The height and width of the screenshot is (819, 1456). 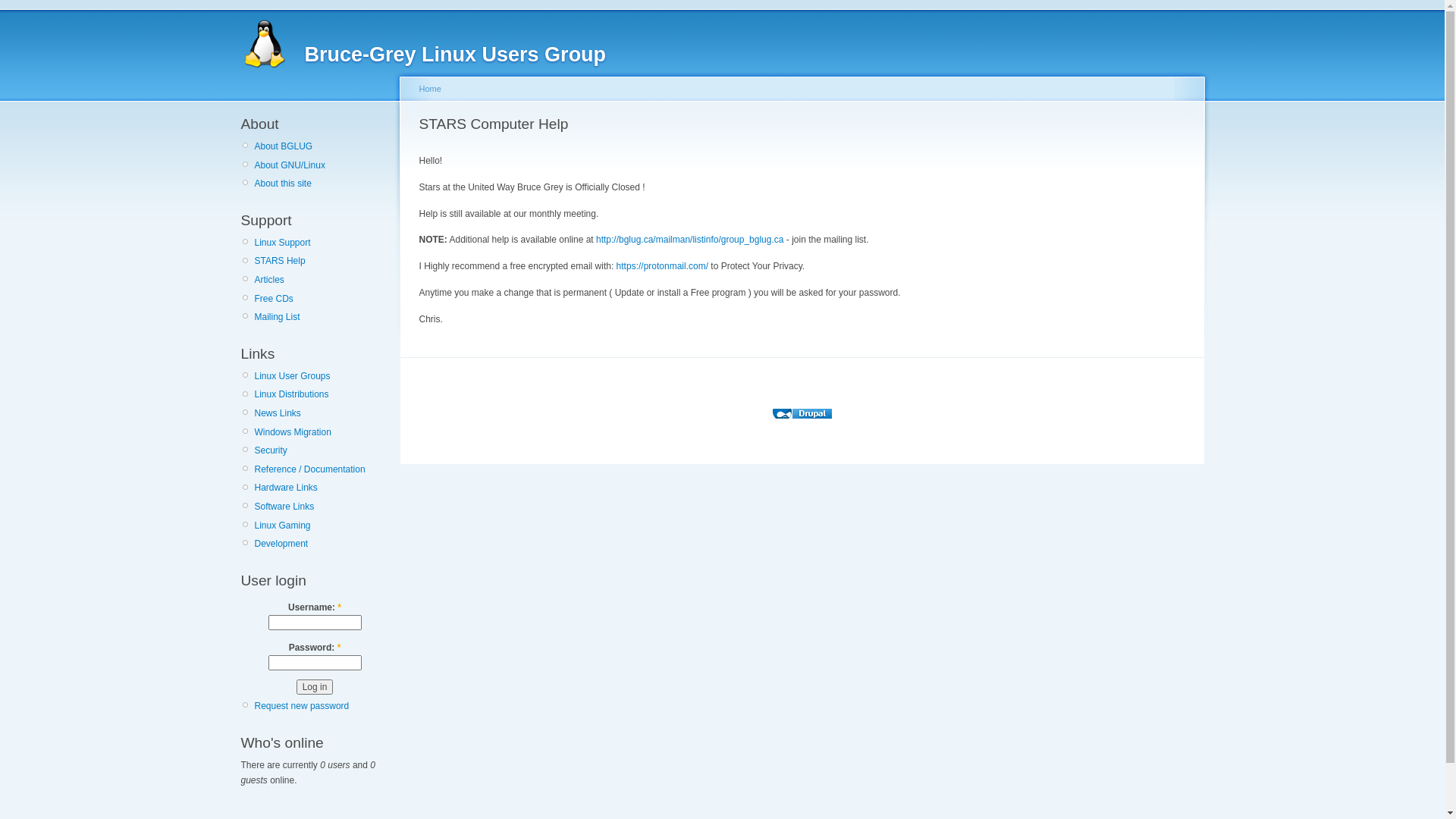 I want to click on 'Home', so click(x=428, y=88).